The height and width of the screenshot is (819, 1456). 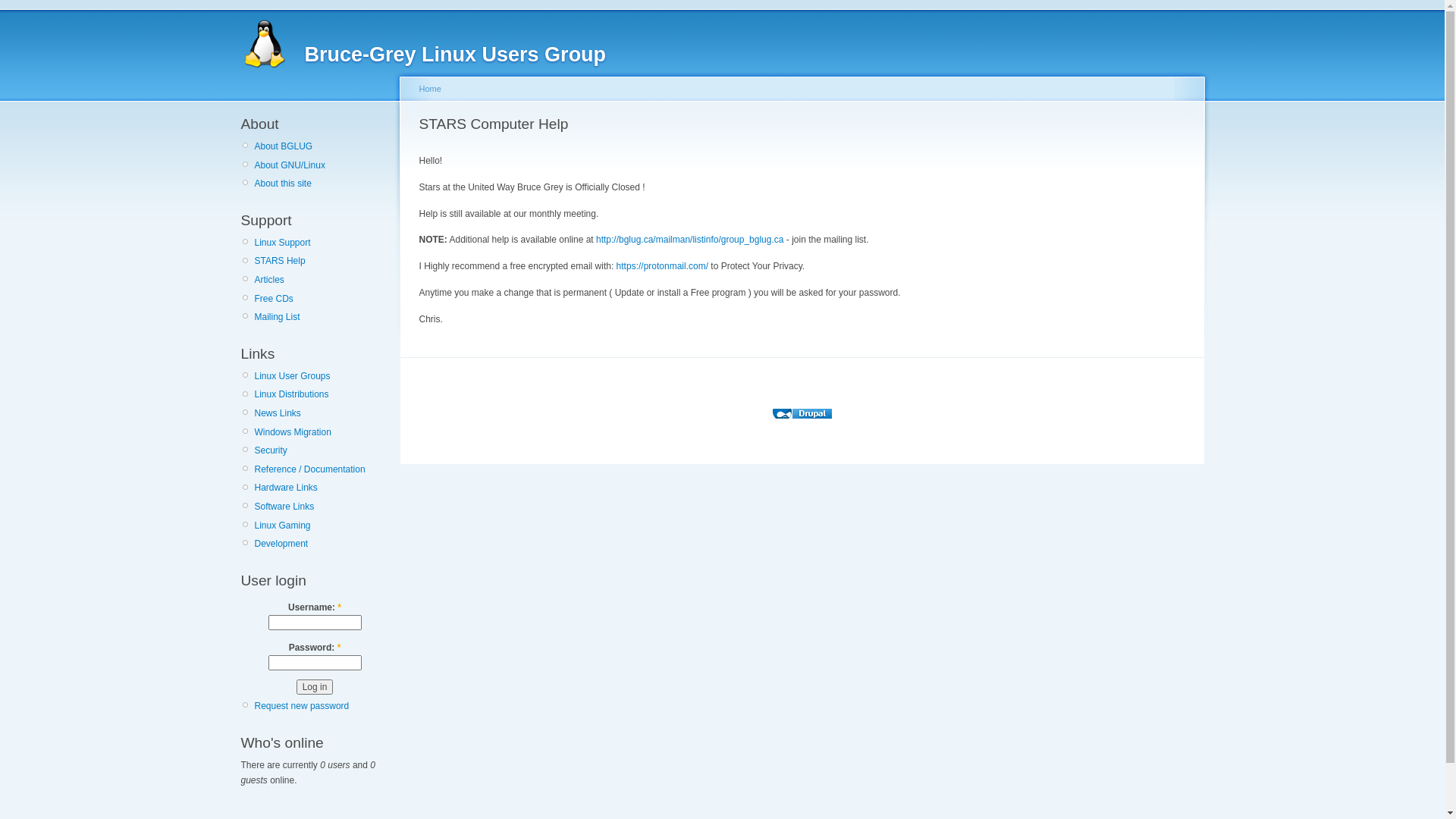 I want to click on 'Home', so click(x=428, y=88).